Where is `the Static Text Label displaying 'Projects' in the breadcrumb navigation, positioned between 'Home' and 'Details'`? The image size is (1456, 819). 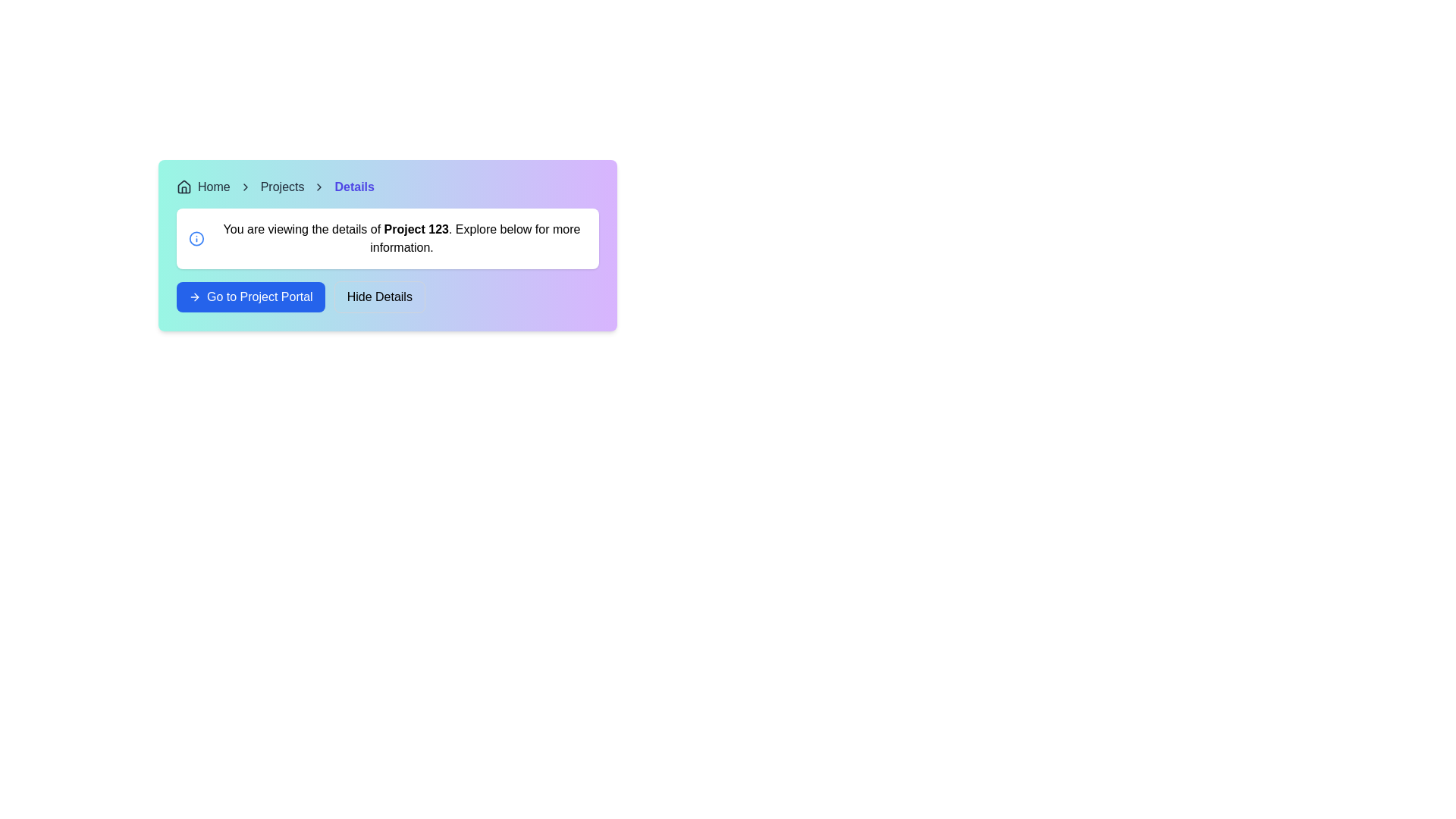 the Static Text Label displaying 'Projects' in the breadcrumb navigation, positioned between 'Home' and 'Details' is located at coordinates (282, 186).